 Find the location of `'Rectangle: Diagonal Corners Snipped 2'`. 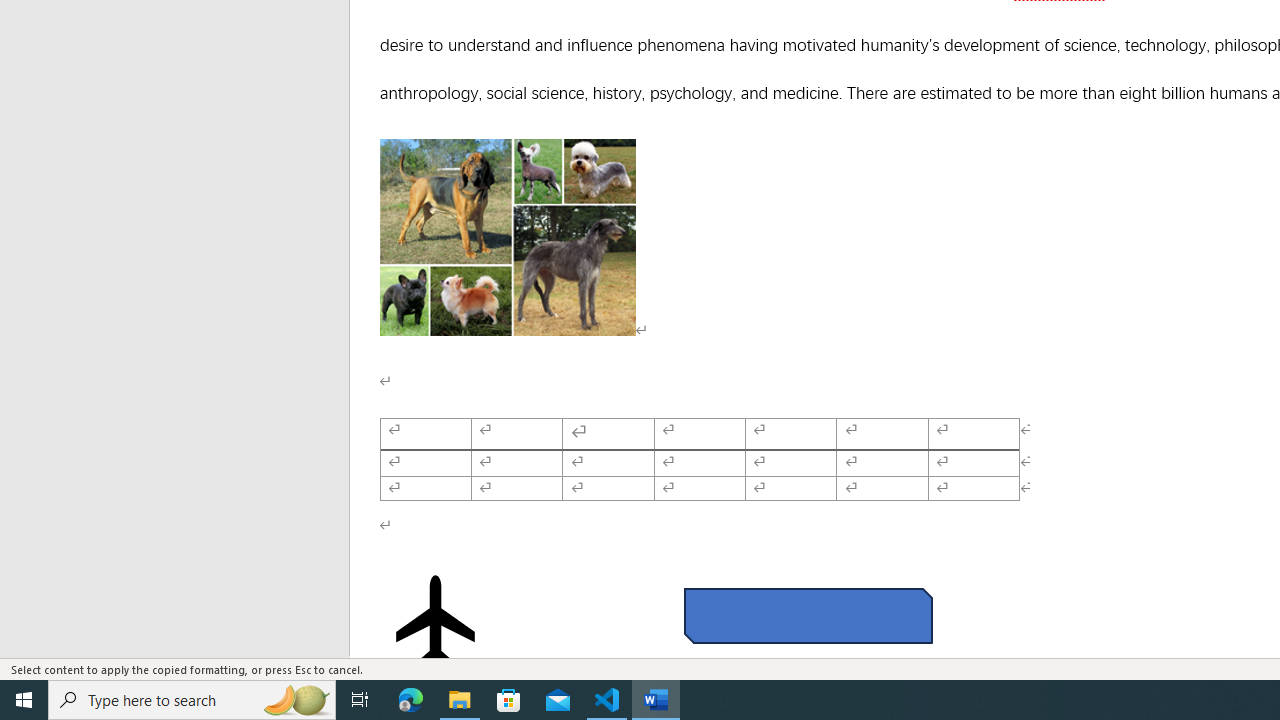

'Rectangle: Diagonal Corners Snipped 2' is located at coordinates (808, 614).